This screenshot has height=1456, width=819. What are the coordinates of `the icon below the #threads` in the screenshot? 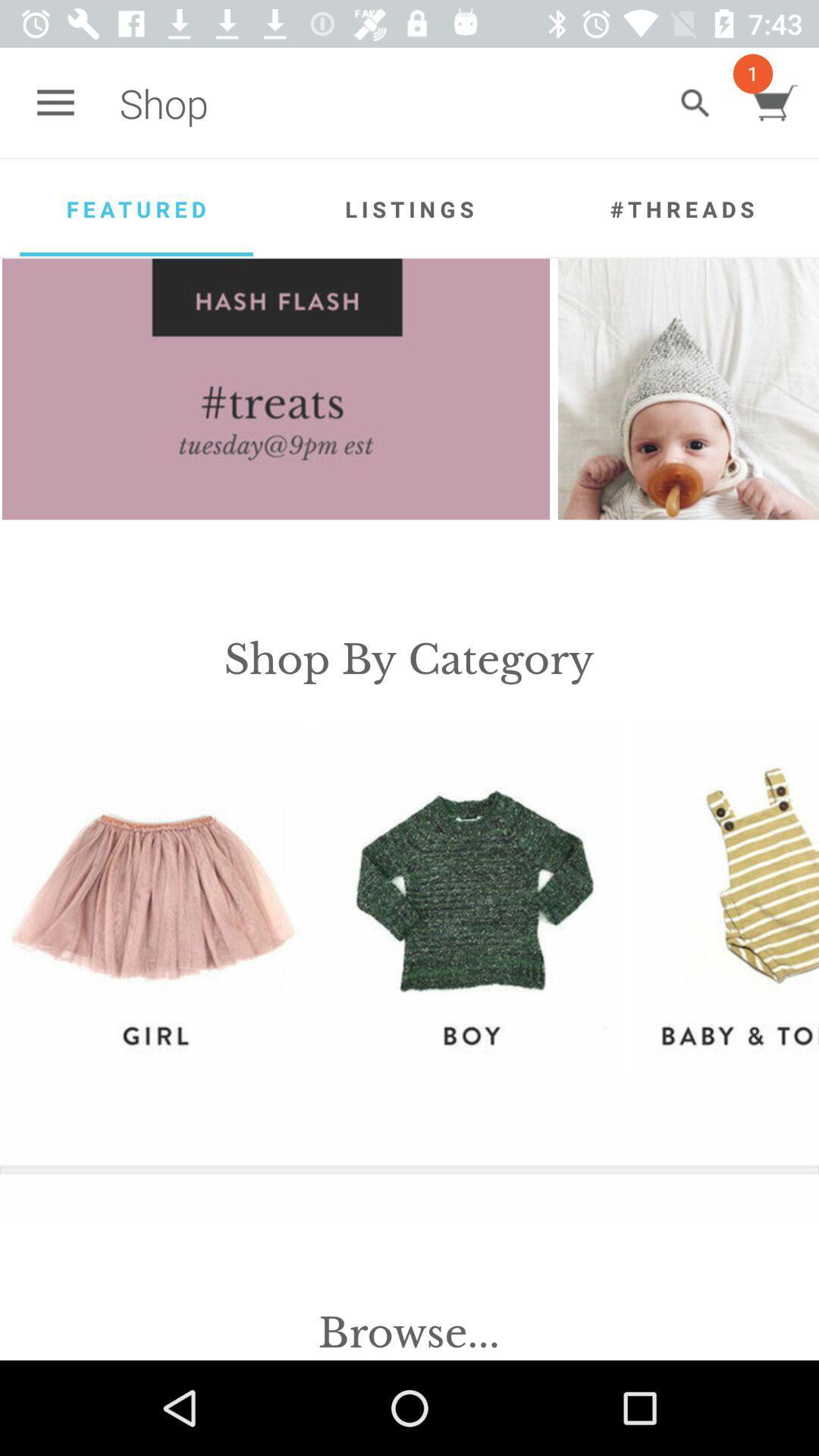 It's located at (688, 389).